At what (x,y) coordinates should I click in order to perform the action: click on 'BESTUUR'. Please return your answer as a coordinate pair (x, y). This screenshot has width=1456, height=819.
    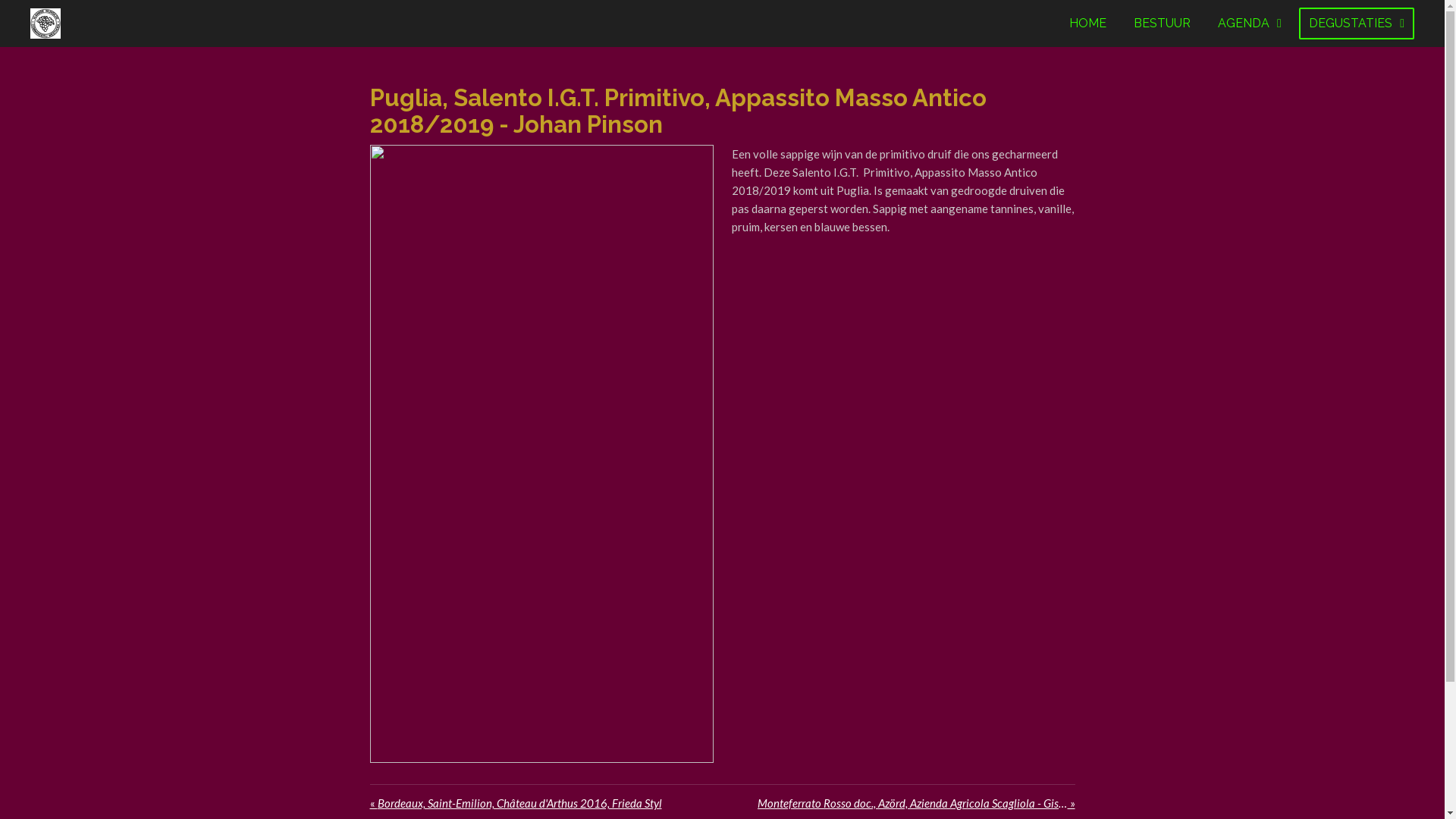
    Looking at the image, I should click on (1161, 23).